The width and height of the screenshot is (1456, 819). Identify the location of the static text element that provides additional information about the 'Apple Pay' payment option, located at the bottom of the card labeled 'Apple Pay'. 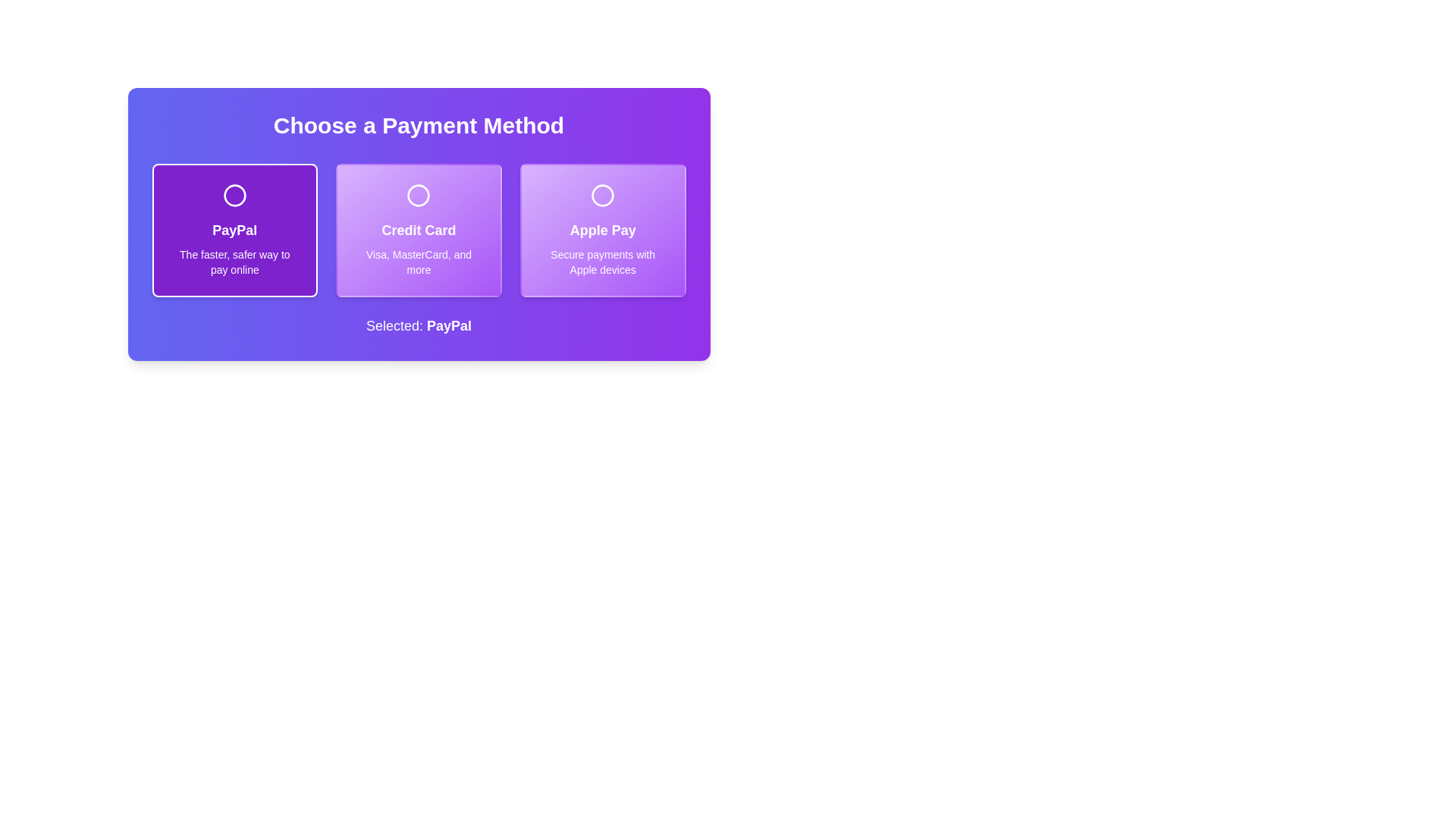
(602, 262).